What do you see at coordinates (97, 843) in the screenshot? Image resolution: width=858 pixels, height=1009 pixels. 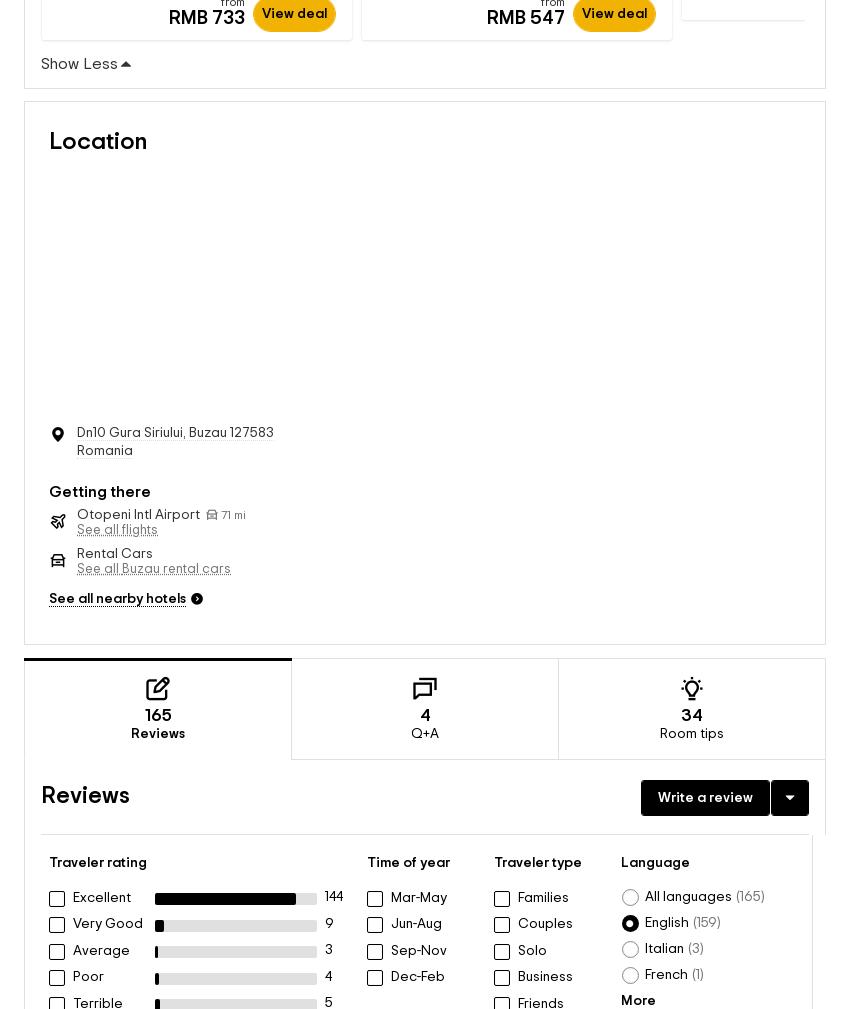 I see `'Traveler rating'` at bounding box center [97, 843].